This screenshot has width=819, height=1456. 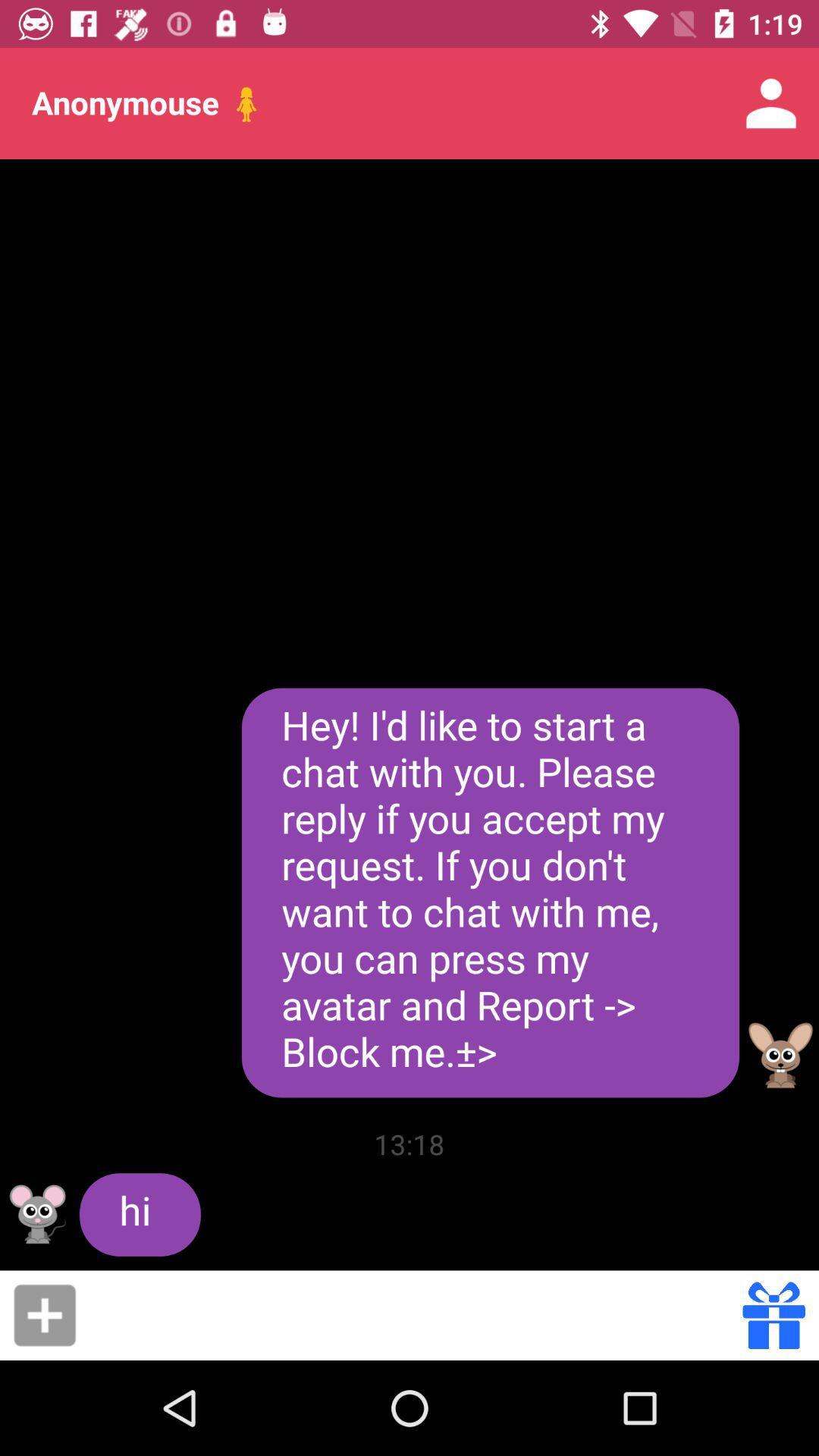 I want to click on chat message, so click(x=414, y=1314).